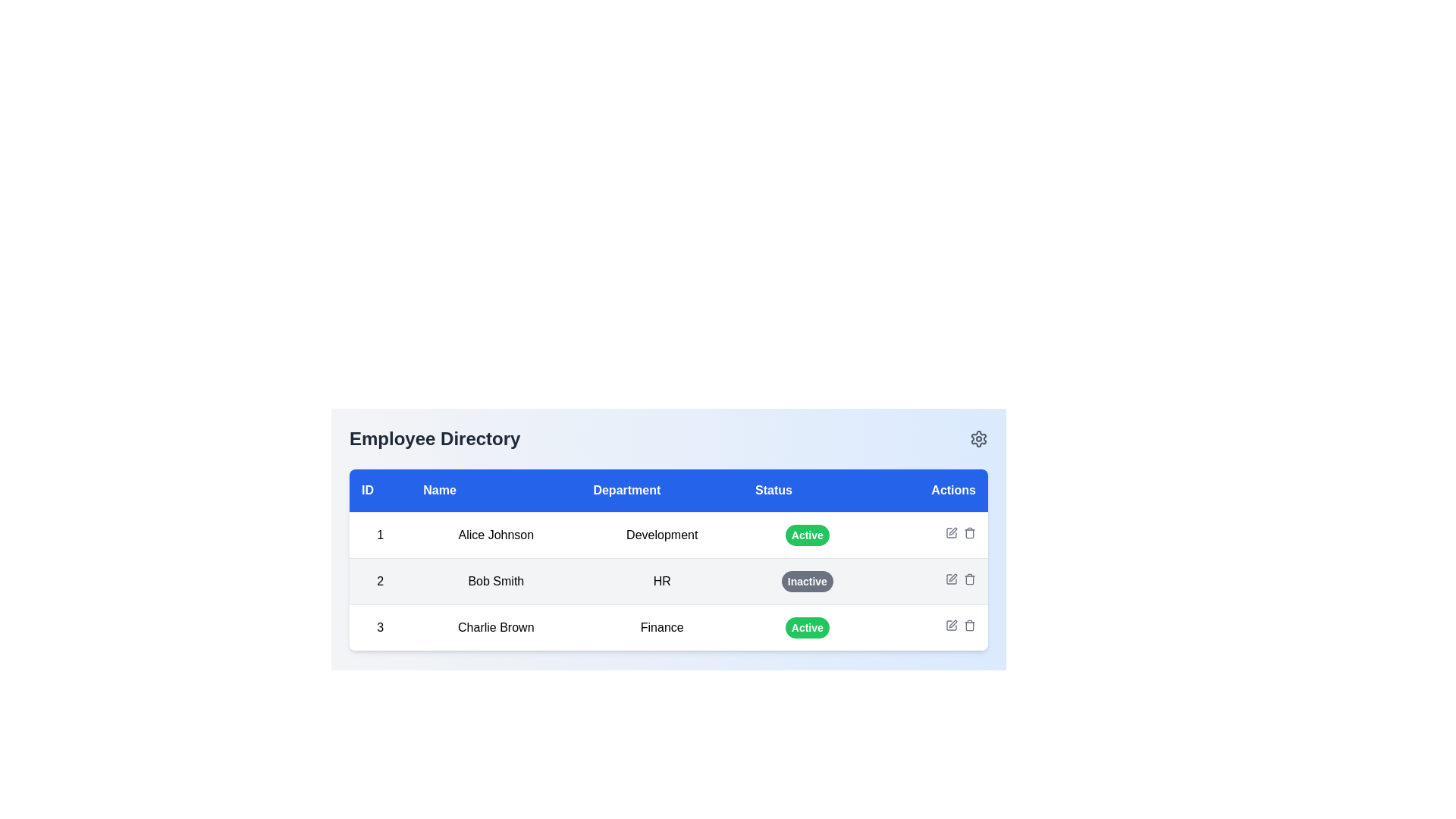 The width and height of the screenshot is (1456, 819). What do you see at coordinates (806, 628) in the screenshot?
I see `the status indicated by the Status badge located in the 'Status' column of the third row in the 'Employee Directory' interface, next to the 'Finance' label in the 'Department' column` at bounding box center [806, 628].